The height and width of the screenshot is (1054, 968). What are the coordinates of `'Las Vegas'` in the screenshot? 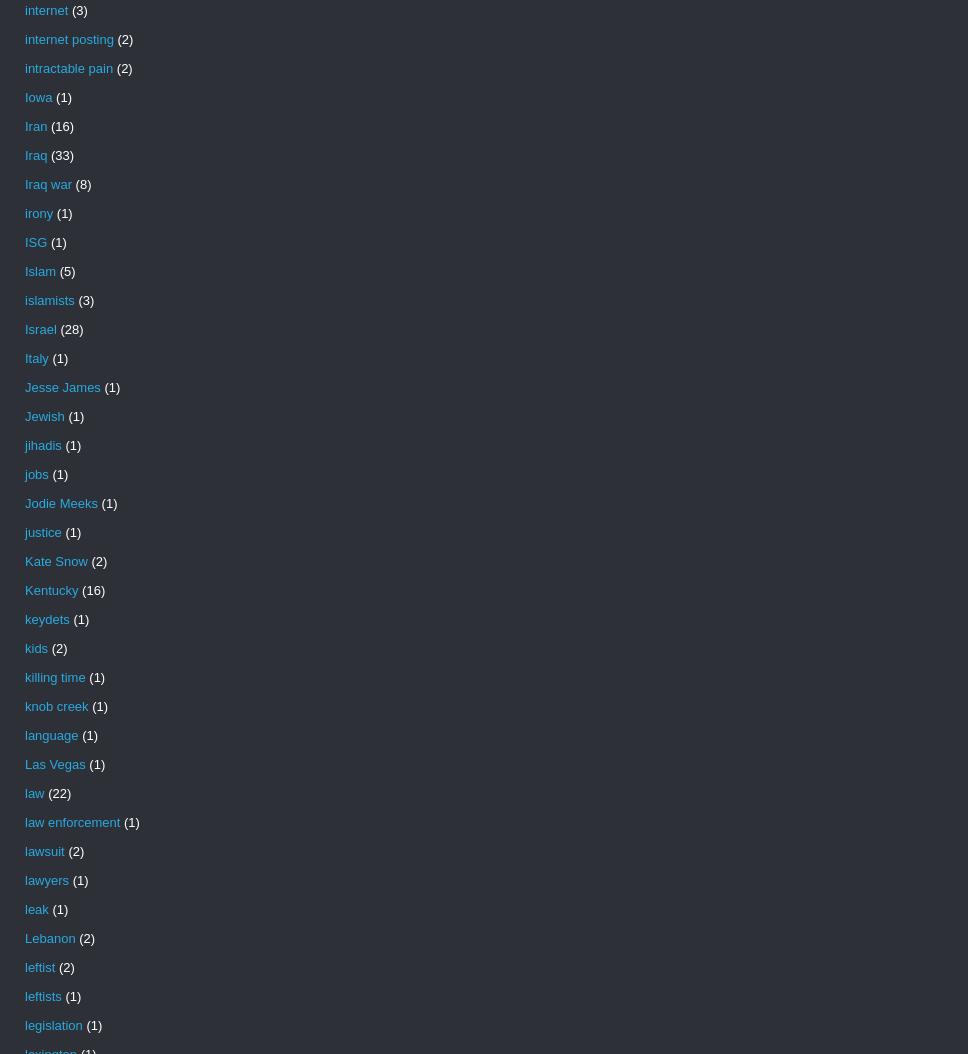 It's located at (53, 764).